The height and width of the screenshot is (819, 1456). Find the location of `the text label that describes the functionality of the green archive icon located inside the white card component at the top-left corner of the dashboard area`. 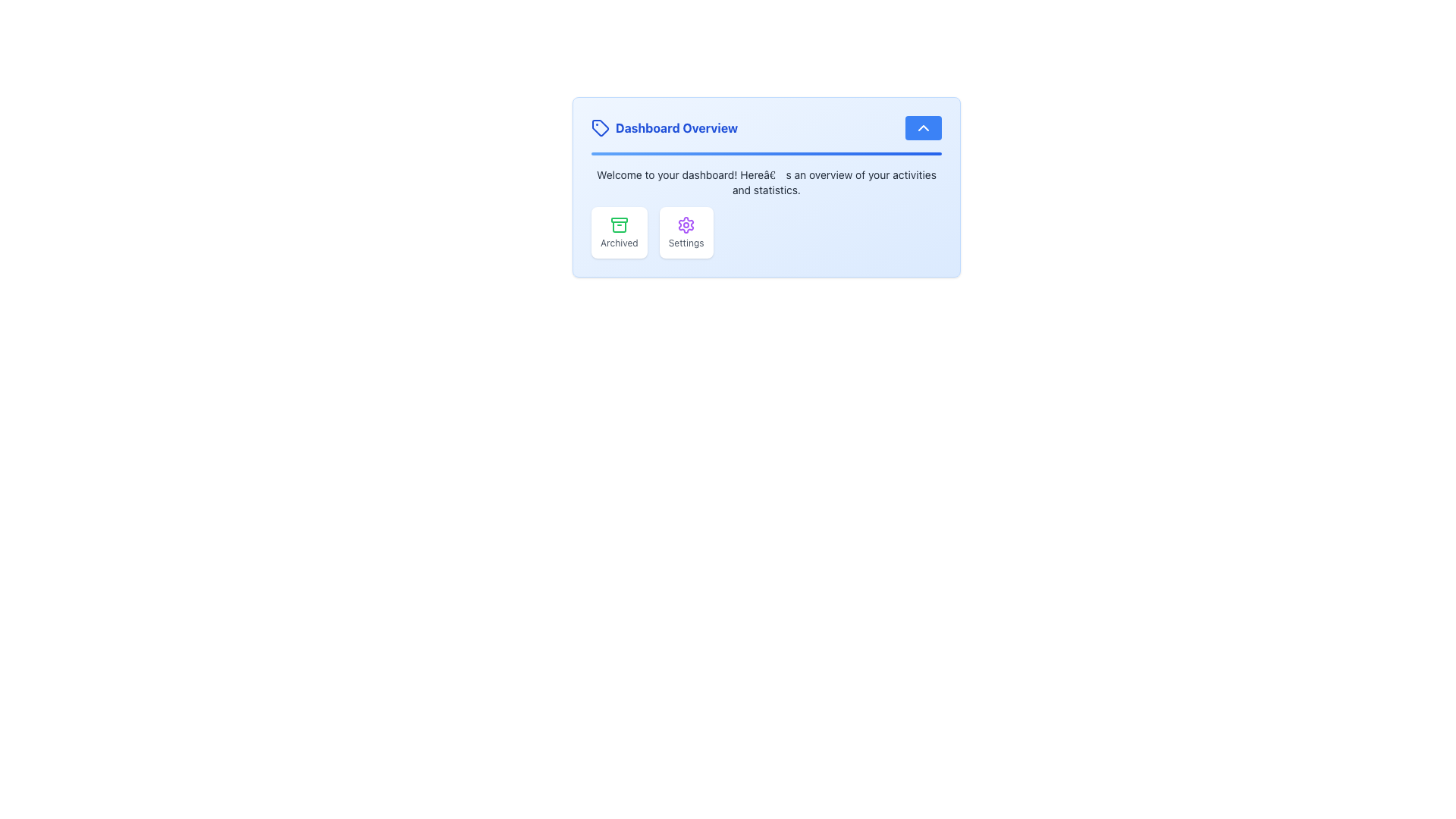

the text label that describes the functionality of the green archive icon located inside the white card component at the top-left corner of the dashboard area is located at coordinates (619, 242).